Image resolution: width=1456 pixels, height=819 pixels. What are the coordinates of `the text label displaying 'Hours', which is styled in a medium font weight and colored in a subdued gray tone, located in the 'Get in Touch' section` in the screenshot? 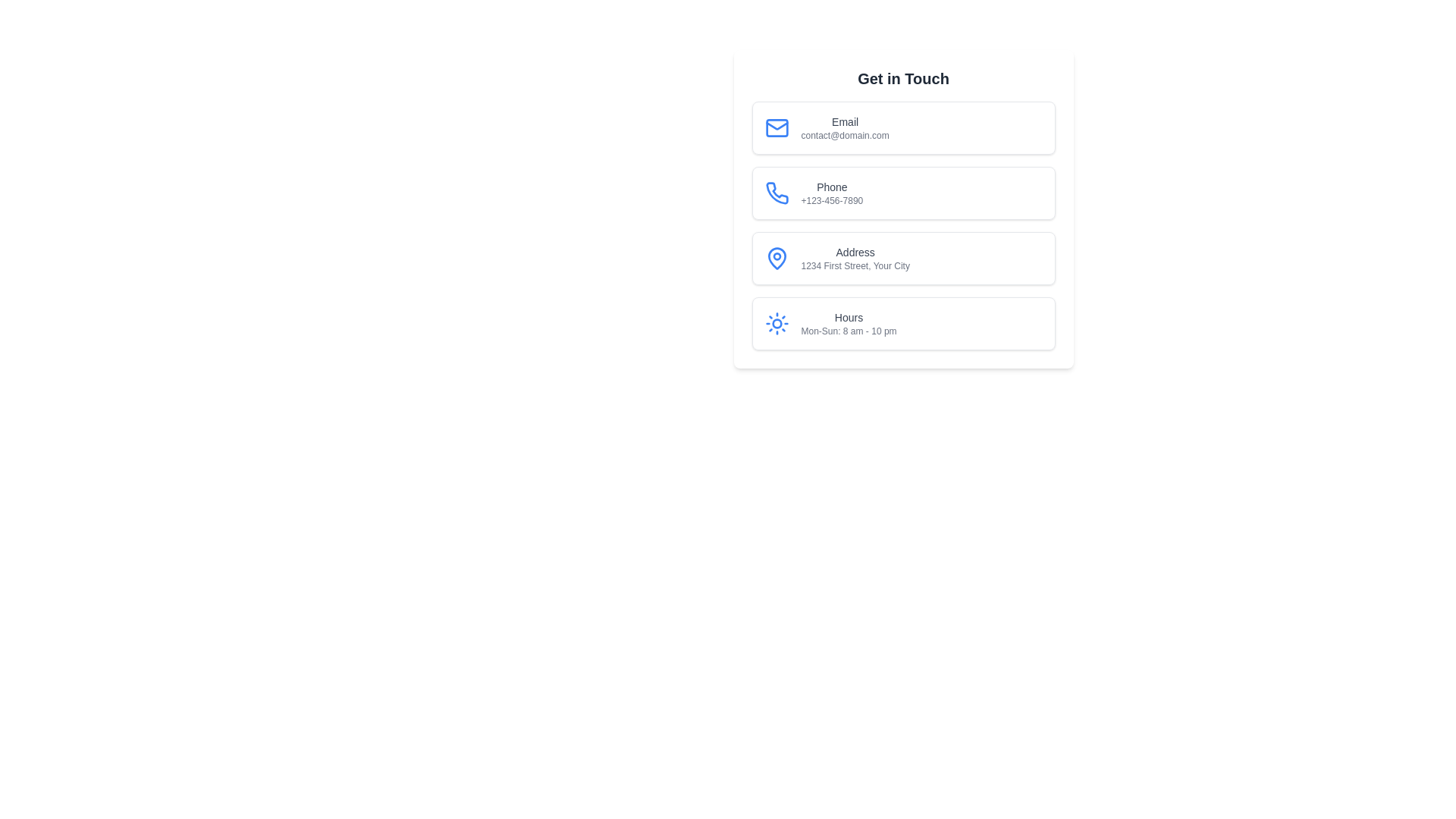 It's located at (848, 317).